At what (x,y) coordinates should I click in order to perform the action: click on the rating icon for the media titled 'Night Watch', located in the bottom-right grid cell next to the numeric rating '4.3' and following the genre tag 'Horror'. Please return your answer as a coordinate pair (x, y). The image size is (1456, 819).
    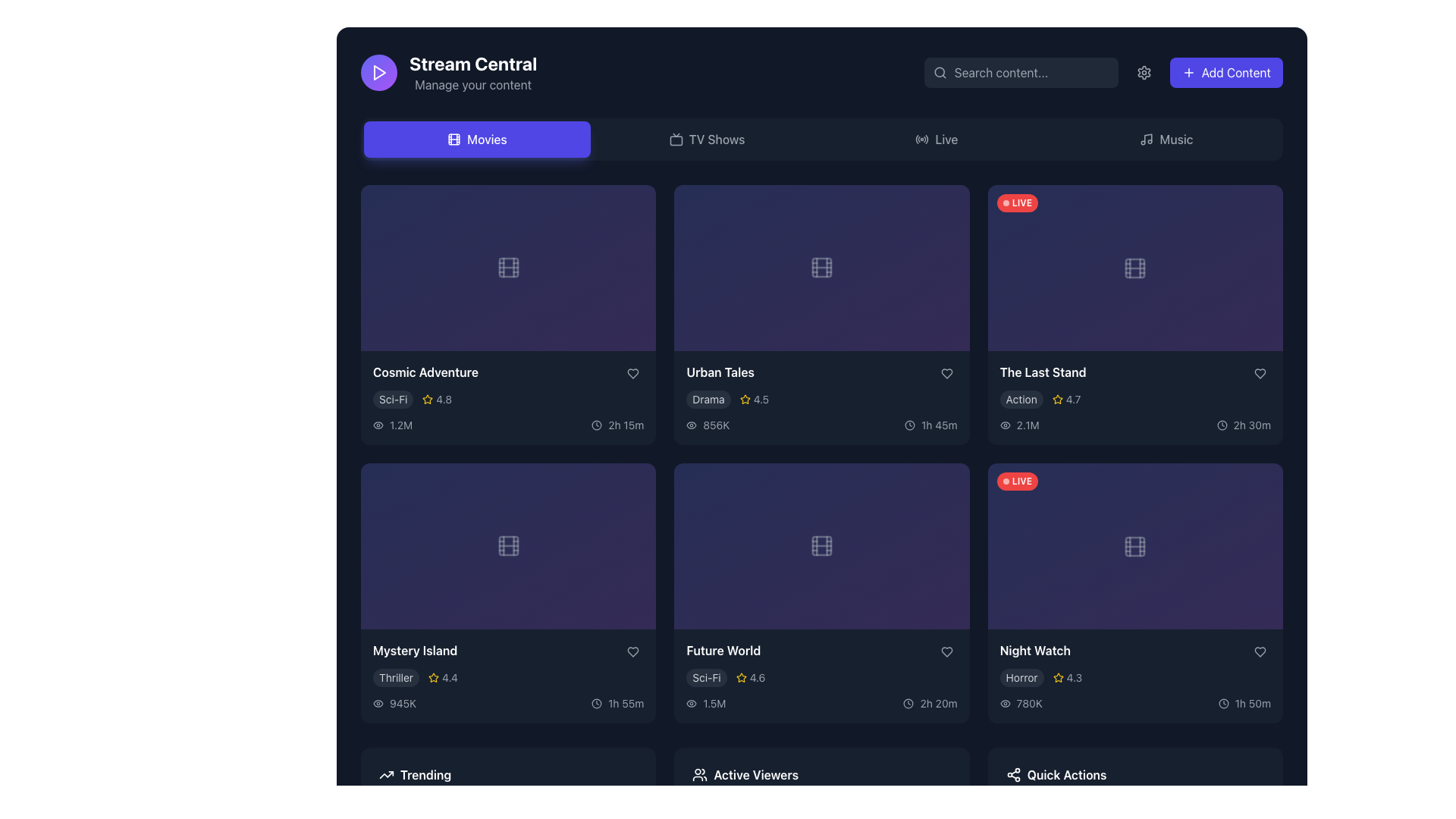
    Looking at the image, I should click on (1057, 677).